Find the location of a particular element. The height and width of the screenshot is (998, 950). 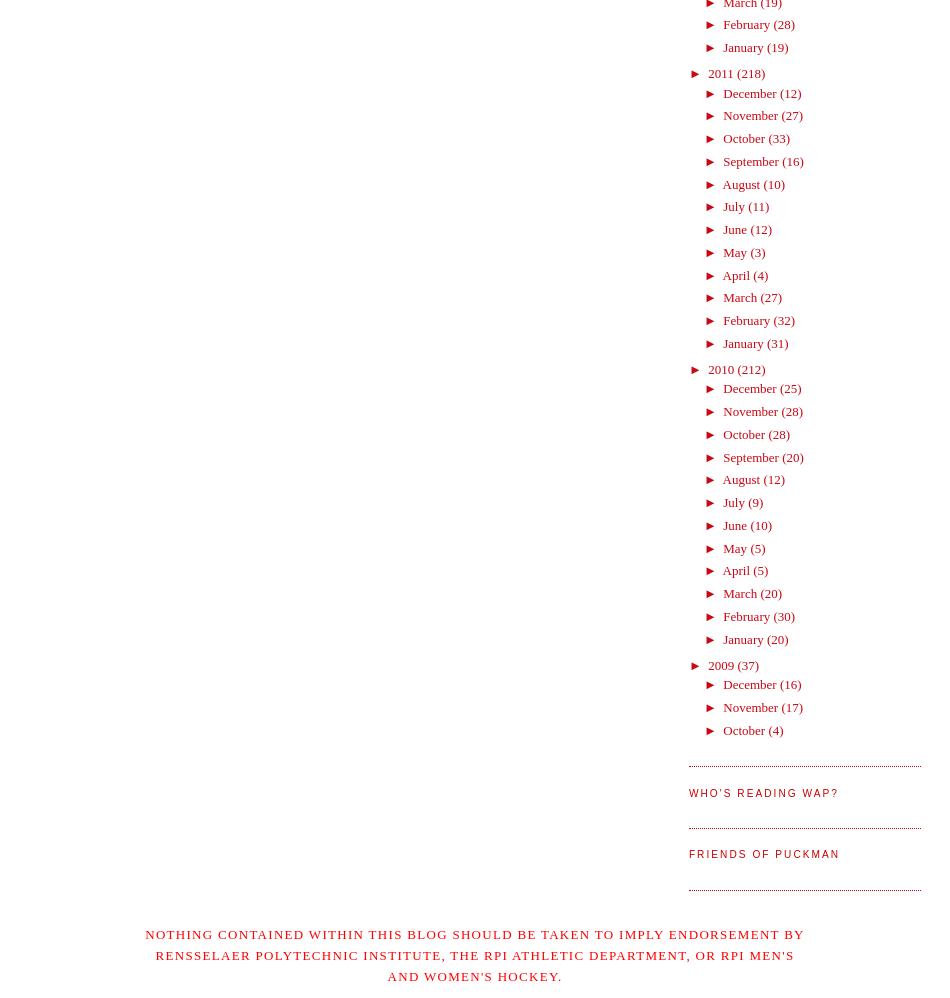

'(218)' is located at coordinates (749, 72).